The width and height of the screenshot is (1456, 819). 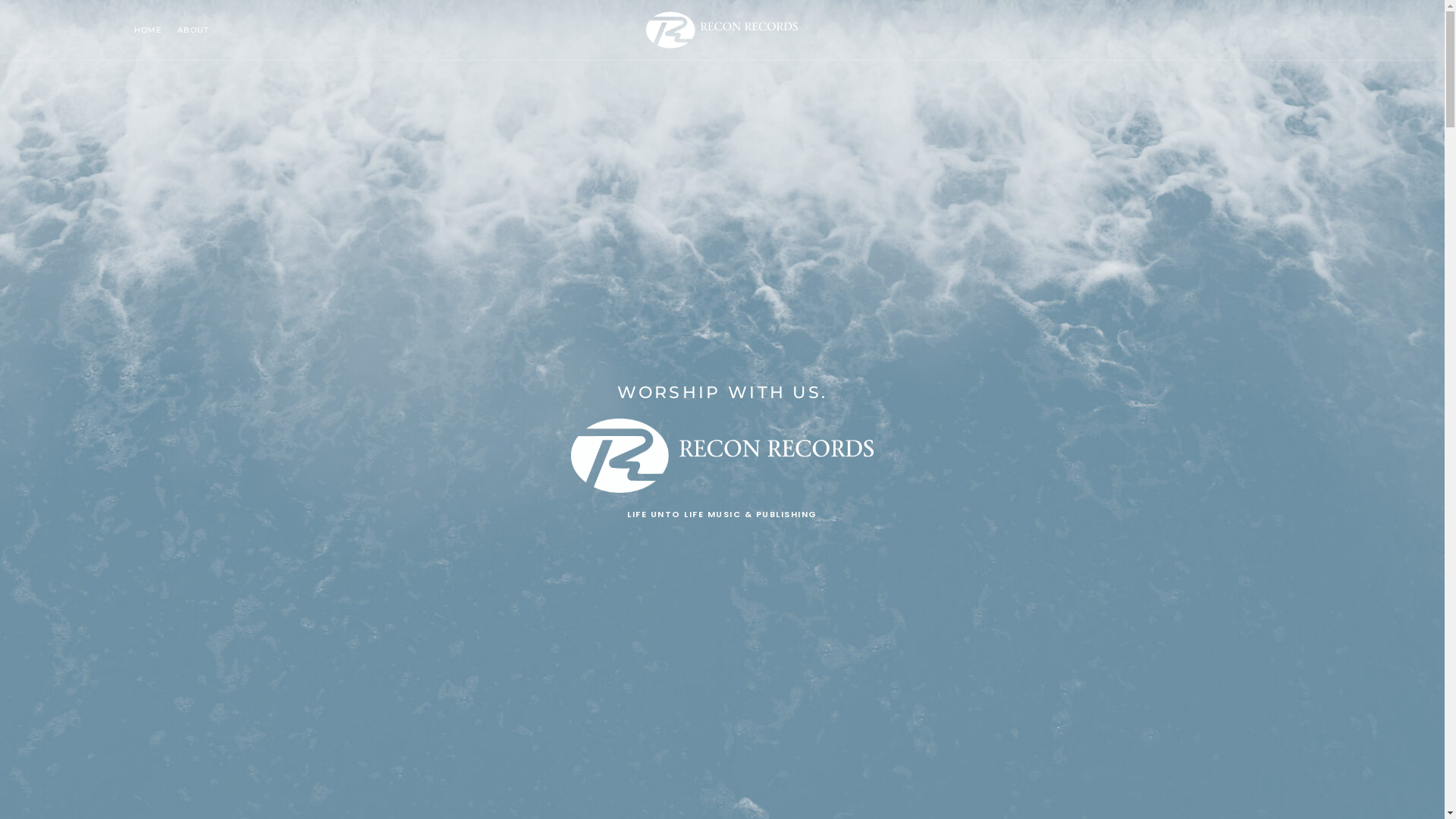 I want to click on 'HOME', so click(x=134, y=30).